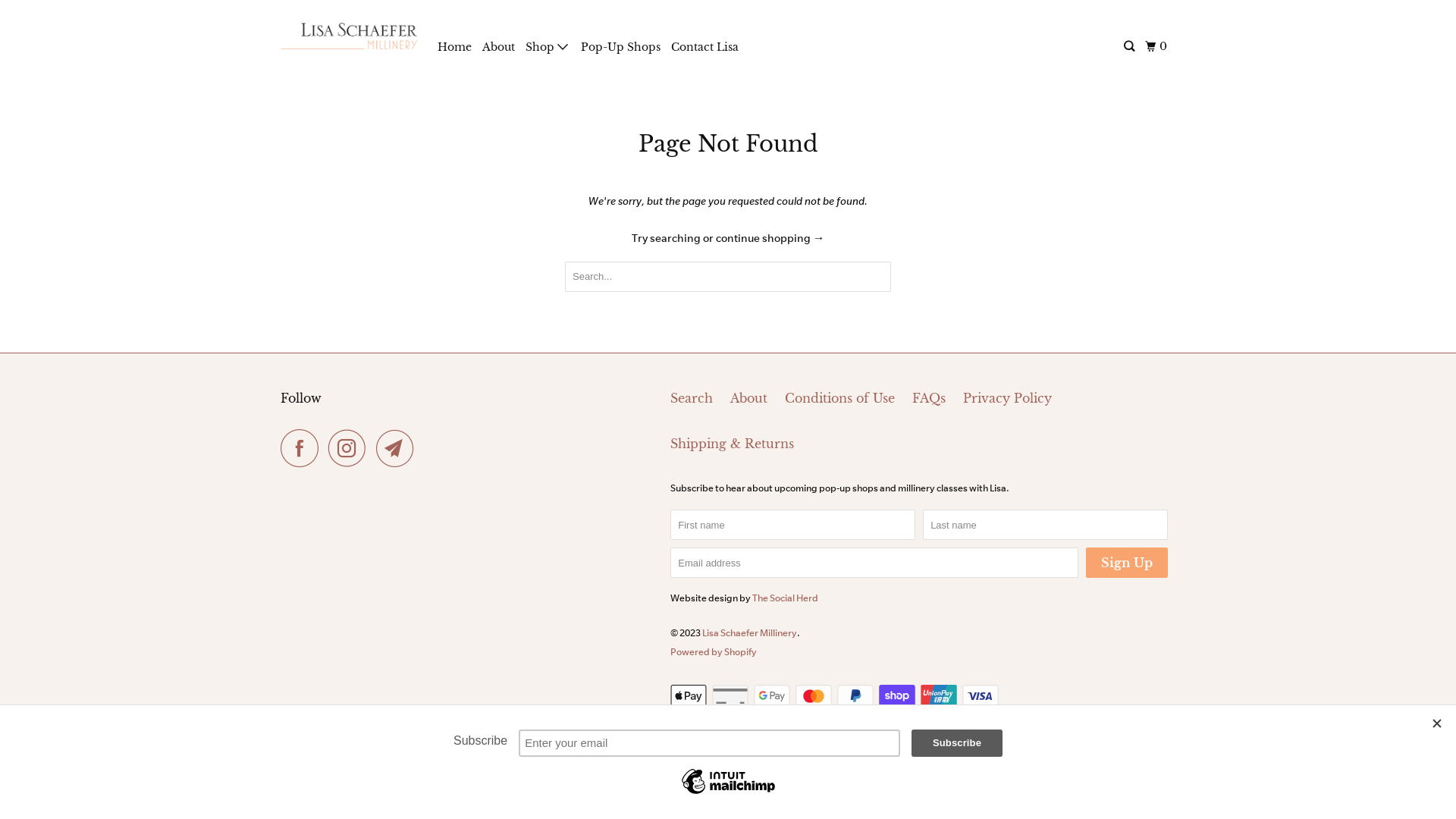 Image resolution: width=1456 pixels, height=819 pixels. I want to click on 'Home', so click(453, 45).